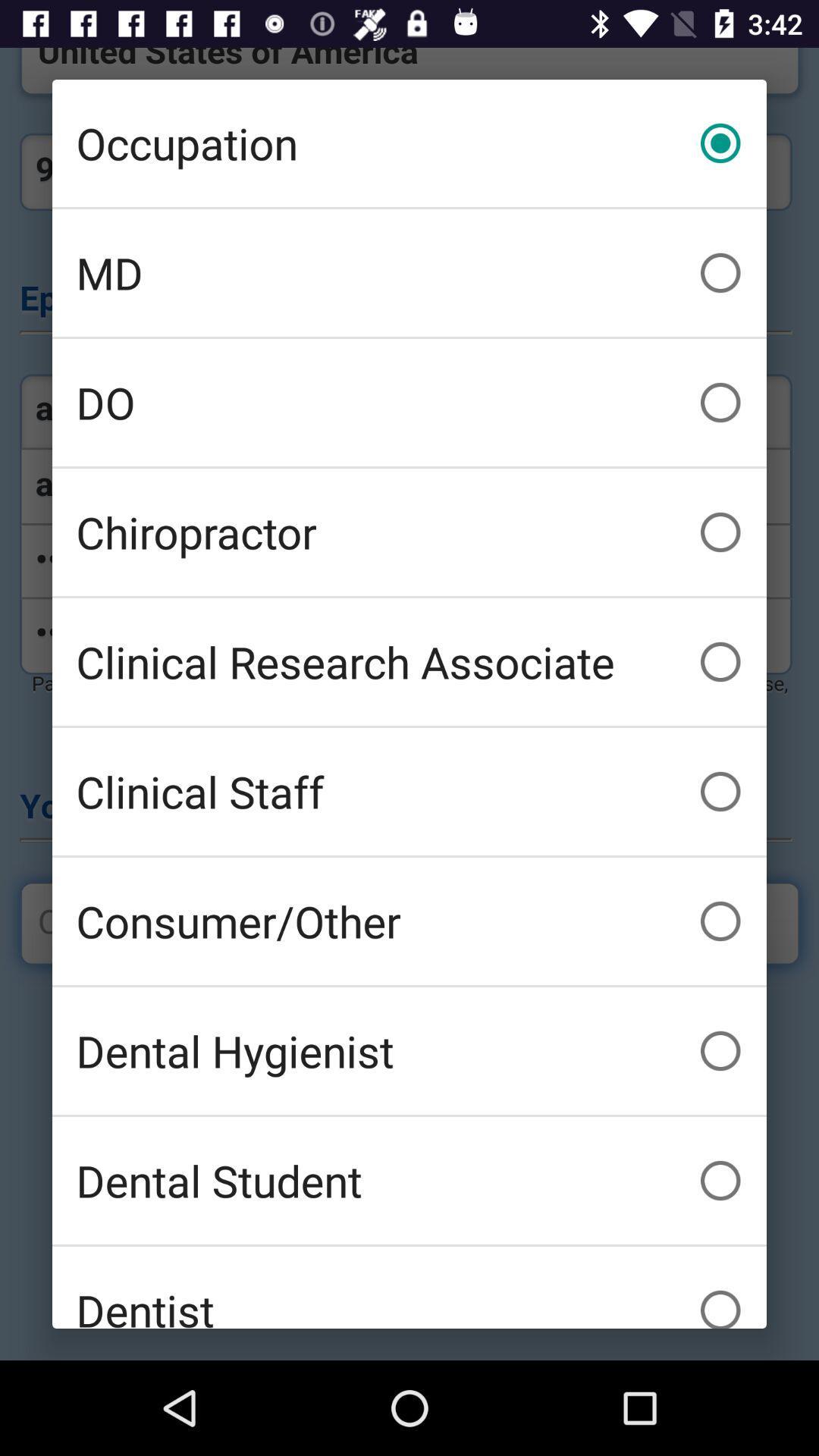 The width and height of the screenshot is (819, 1456). Describe the element at coordinates (409, 273) in the screenshot. I see `item above the do item` at that location.